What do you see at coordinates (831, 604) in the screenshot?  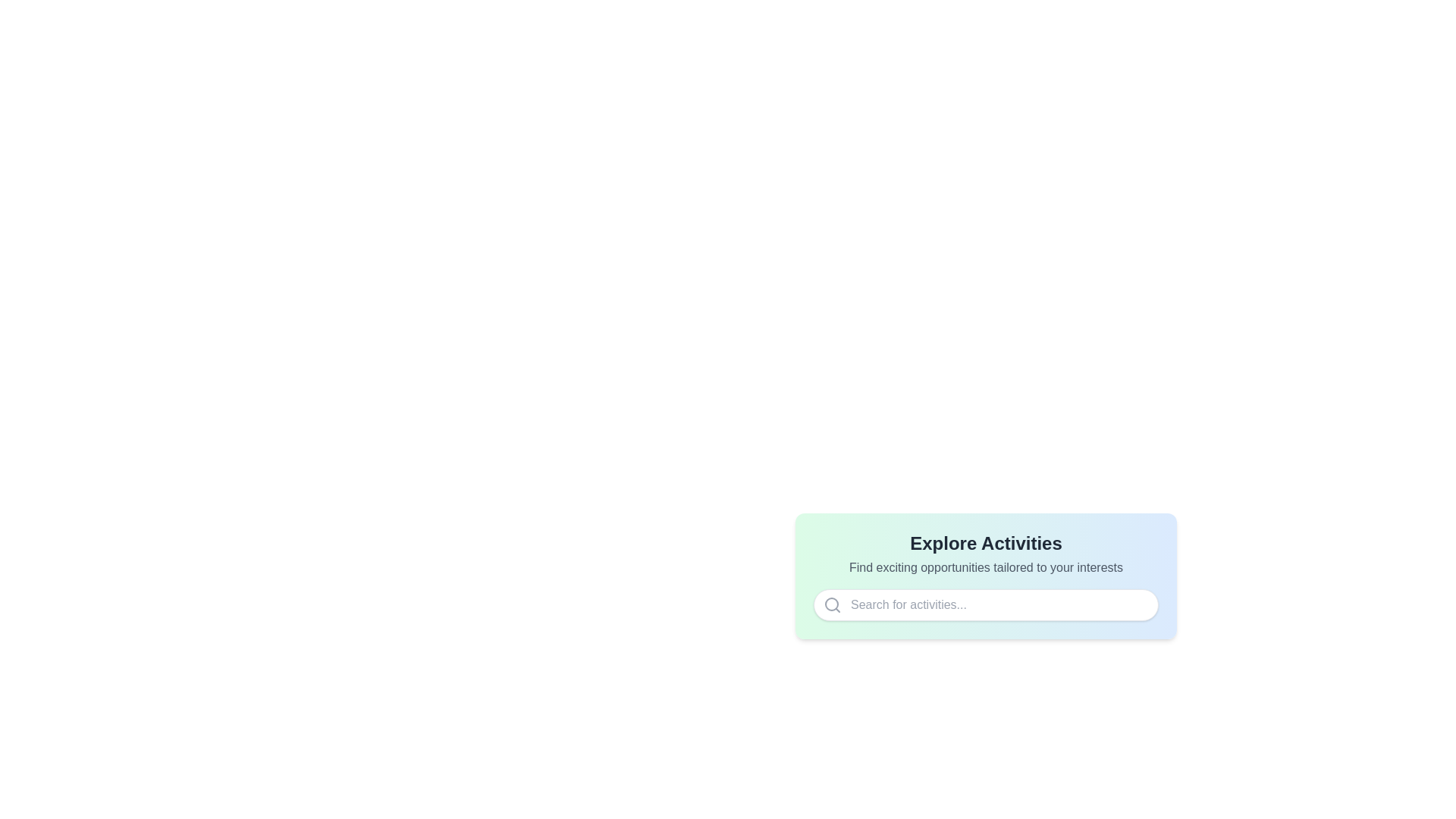 I see `the circular handle component of the magnifying glass icon, which serves as the search button` at bounding box center [831, 604].